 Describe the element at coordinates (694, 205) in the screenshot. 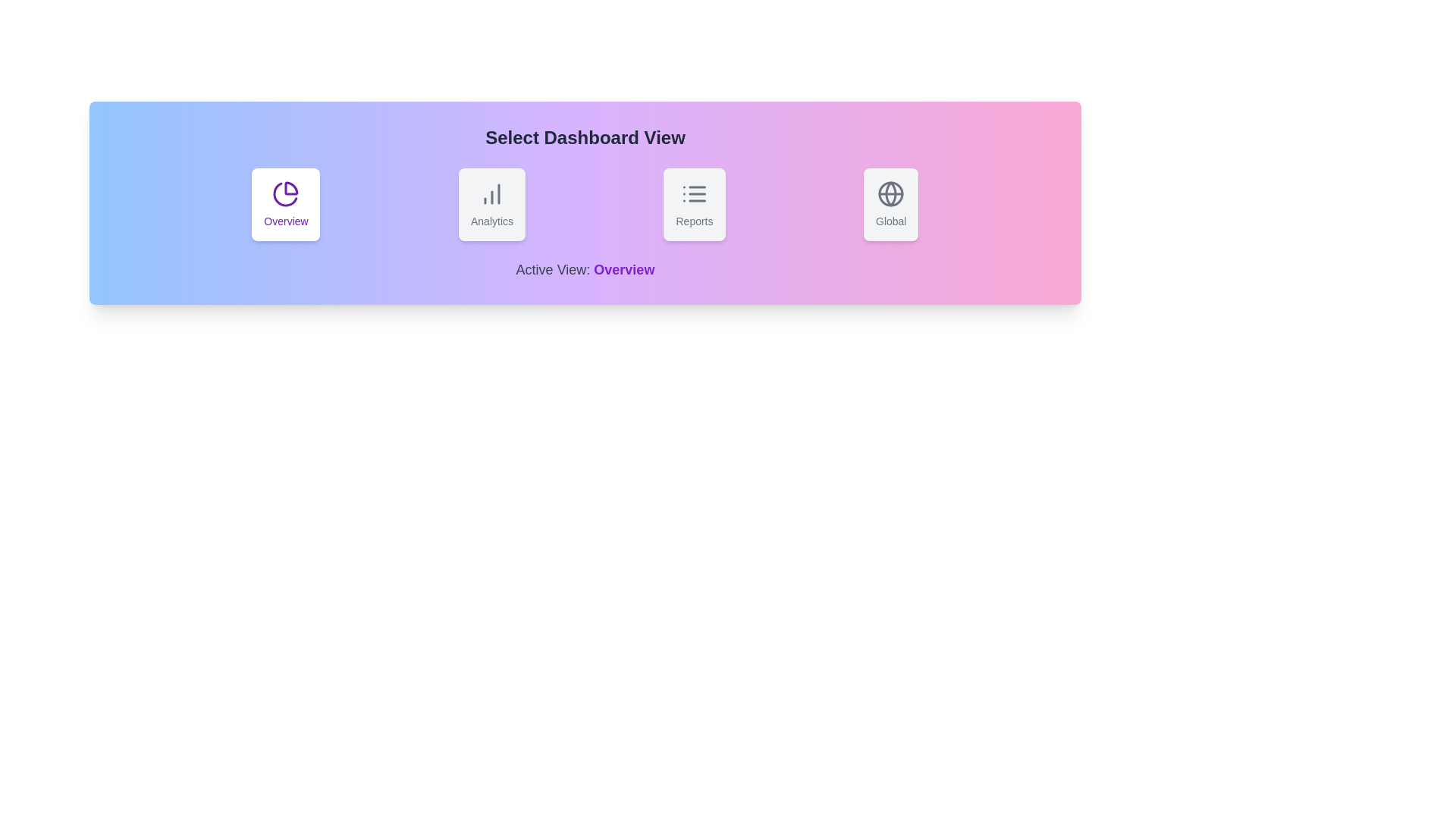

I see `the button labeled Reports to switch the active dashboard view` at that location.